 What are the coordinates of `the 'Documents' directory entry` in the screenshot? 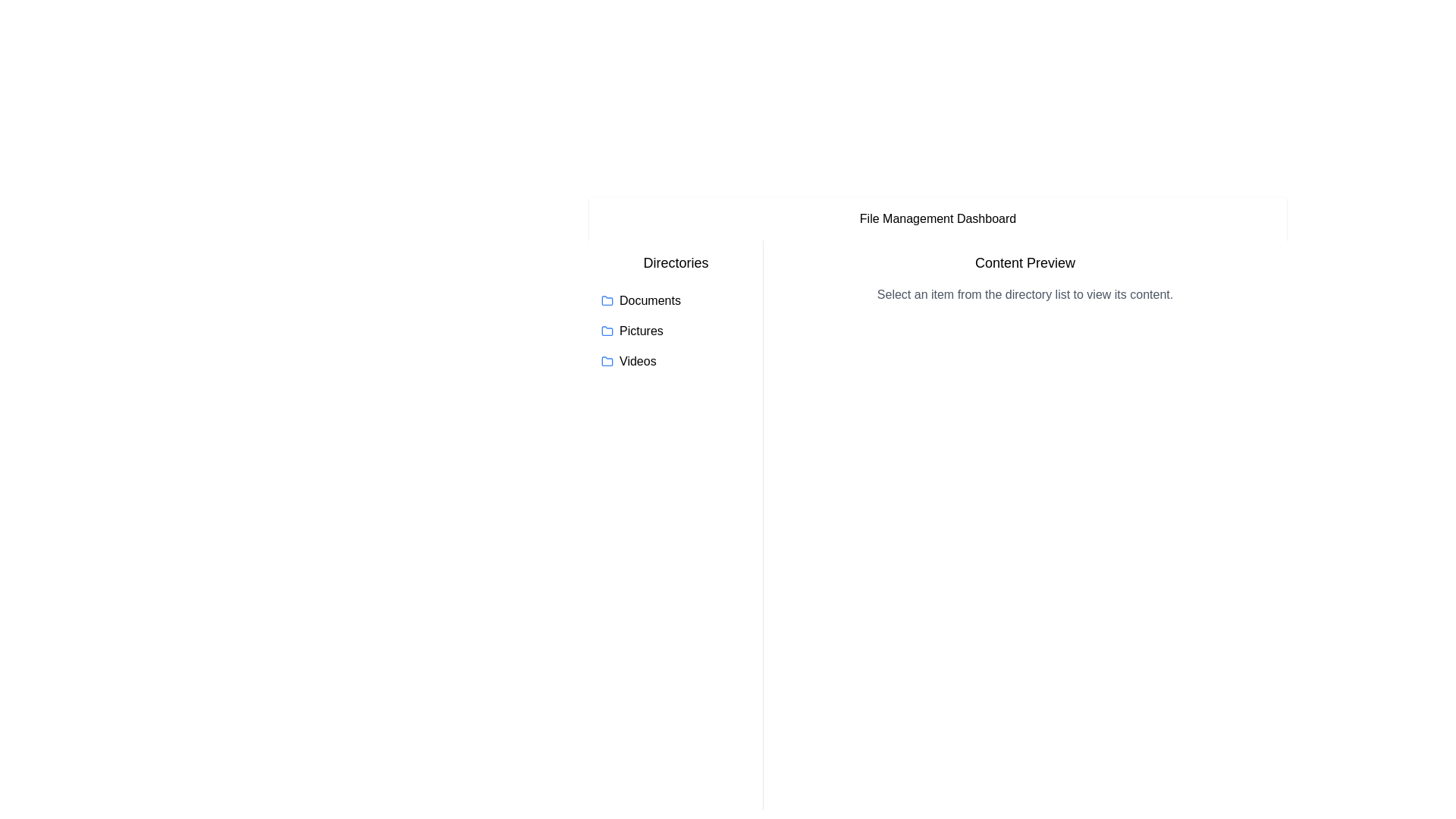 It's located at (675, 301).